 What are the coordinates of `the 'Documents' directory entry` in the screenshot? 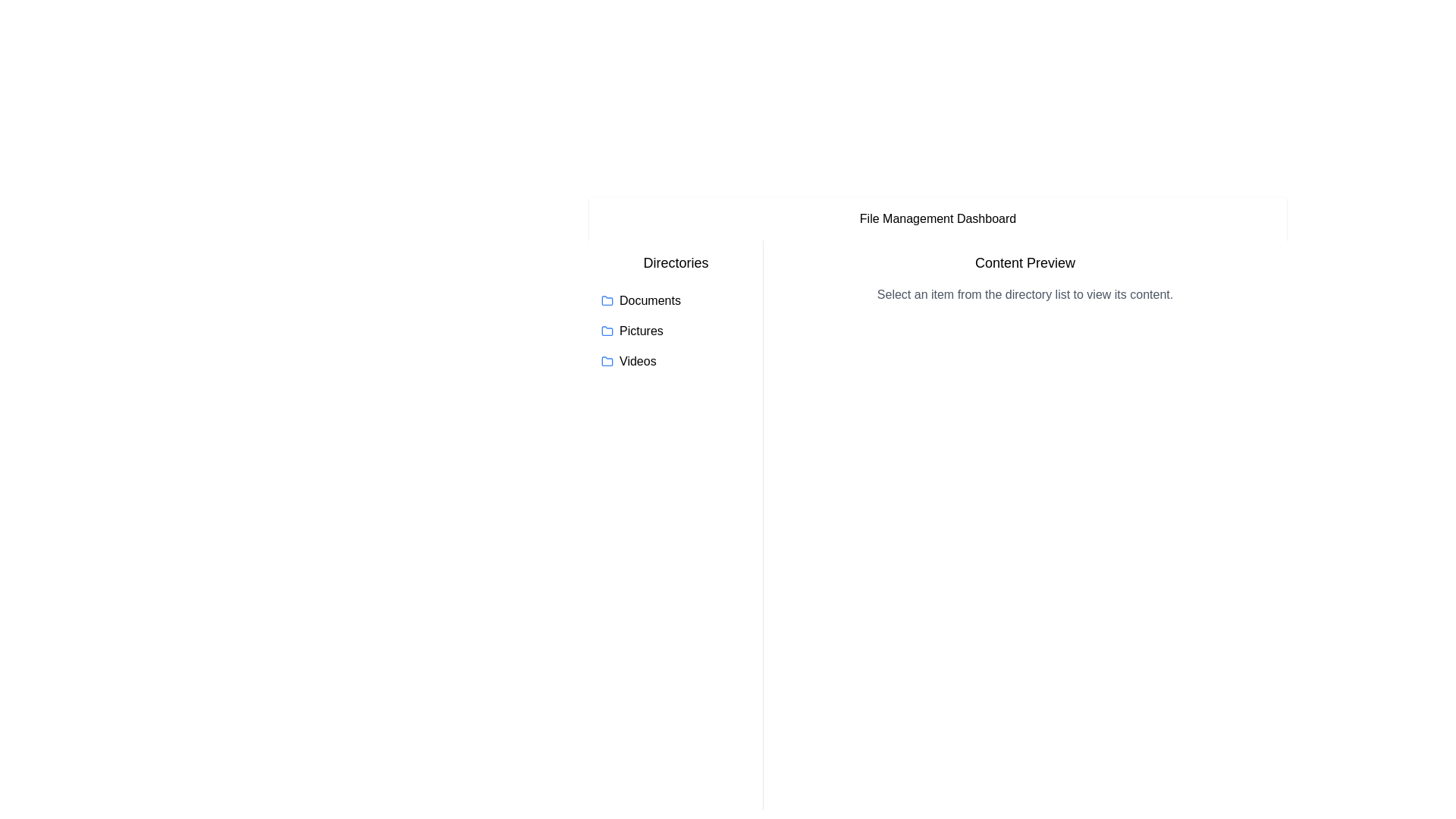 It's located at (675, 301).